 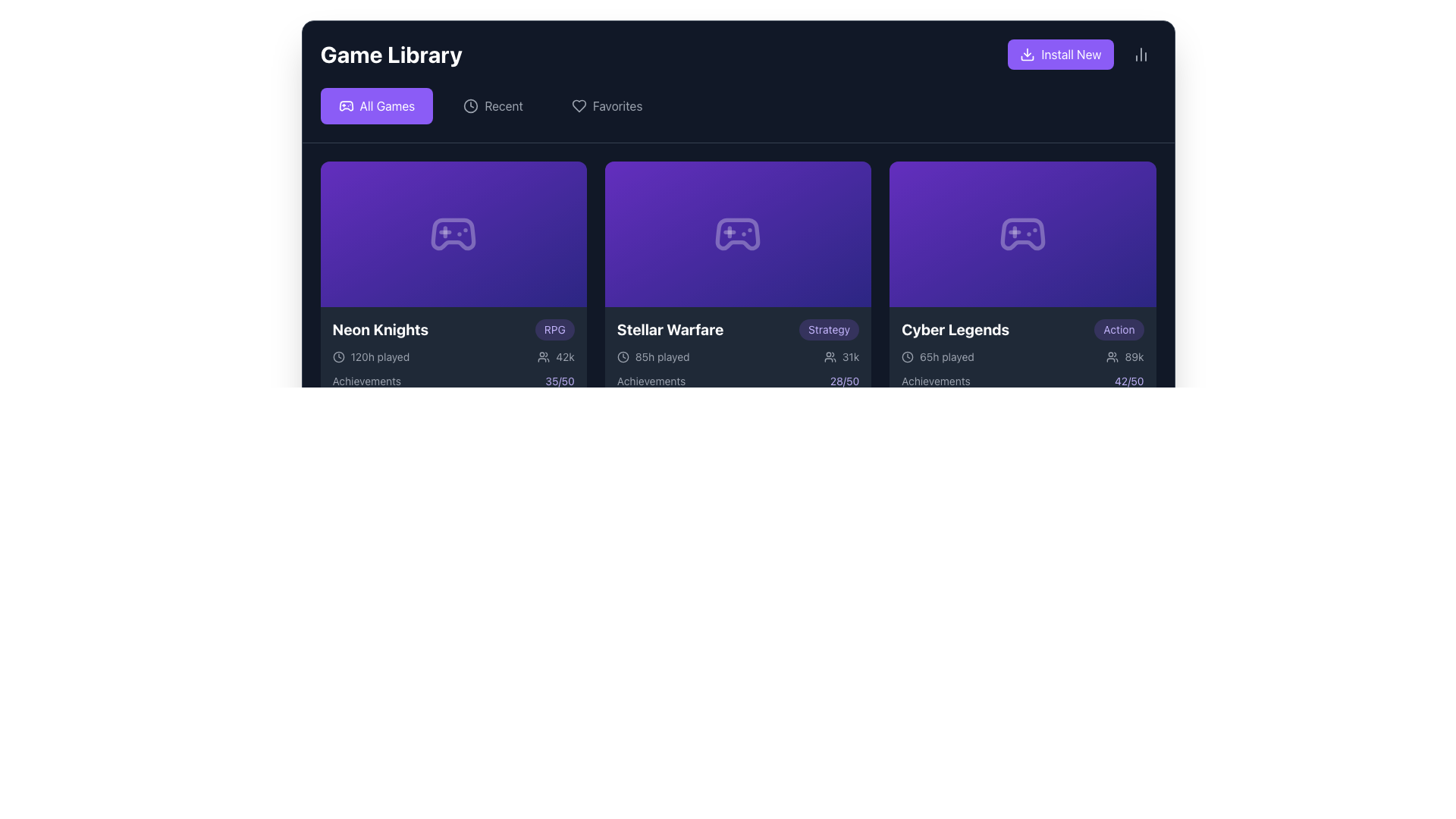 What do you see at coordinates (1112, 356) in the screenshot?
I see `the user group icon located to the left of the text '89k' within the 'Cyber Legends' card` at bounding box center [1112, 356].